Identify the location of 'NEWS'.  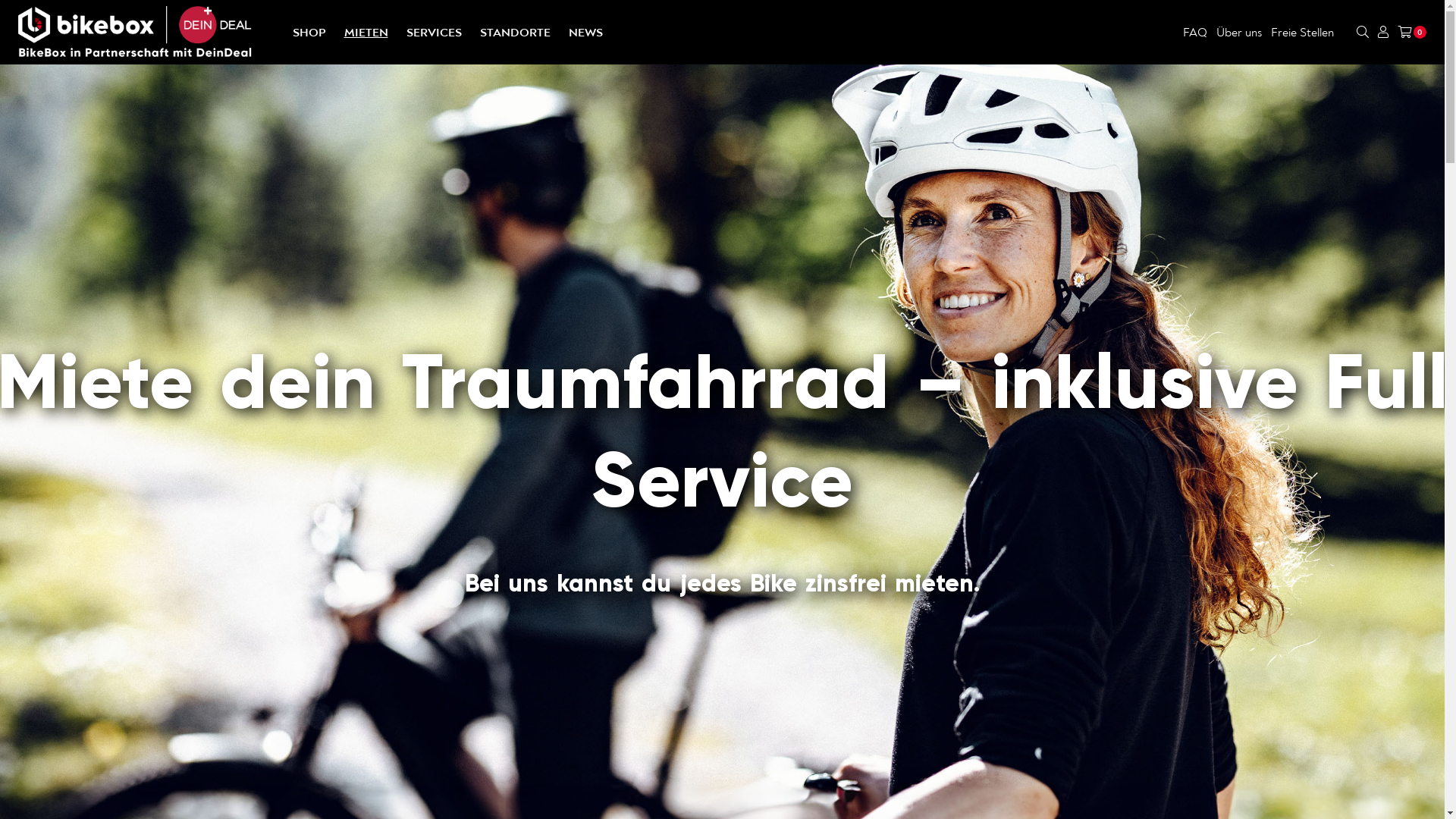
(585, 32).